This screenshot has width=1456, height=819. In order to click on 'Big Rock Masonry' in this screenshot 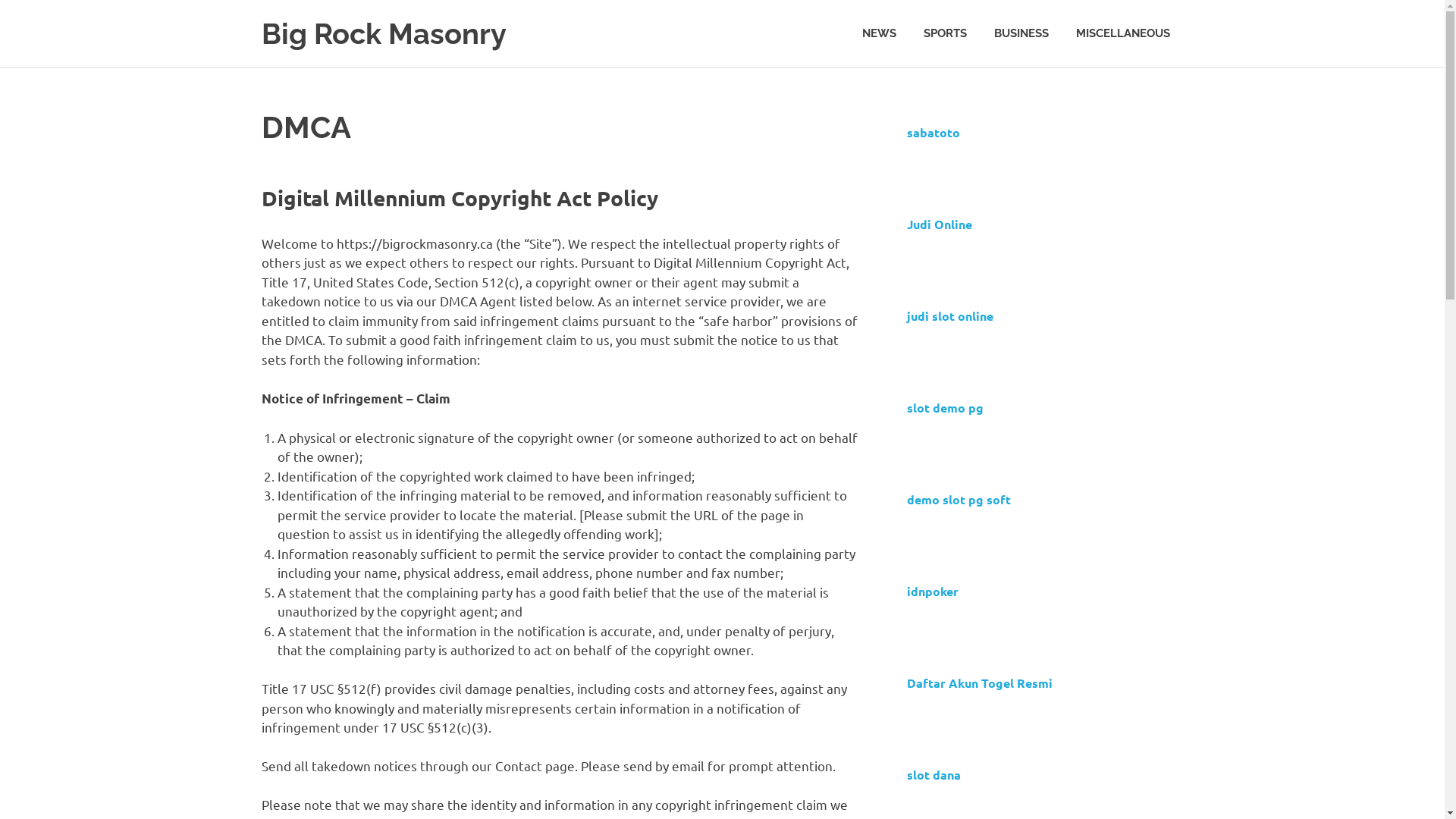, I will do `click(383, 33)`.